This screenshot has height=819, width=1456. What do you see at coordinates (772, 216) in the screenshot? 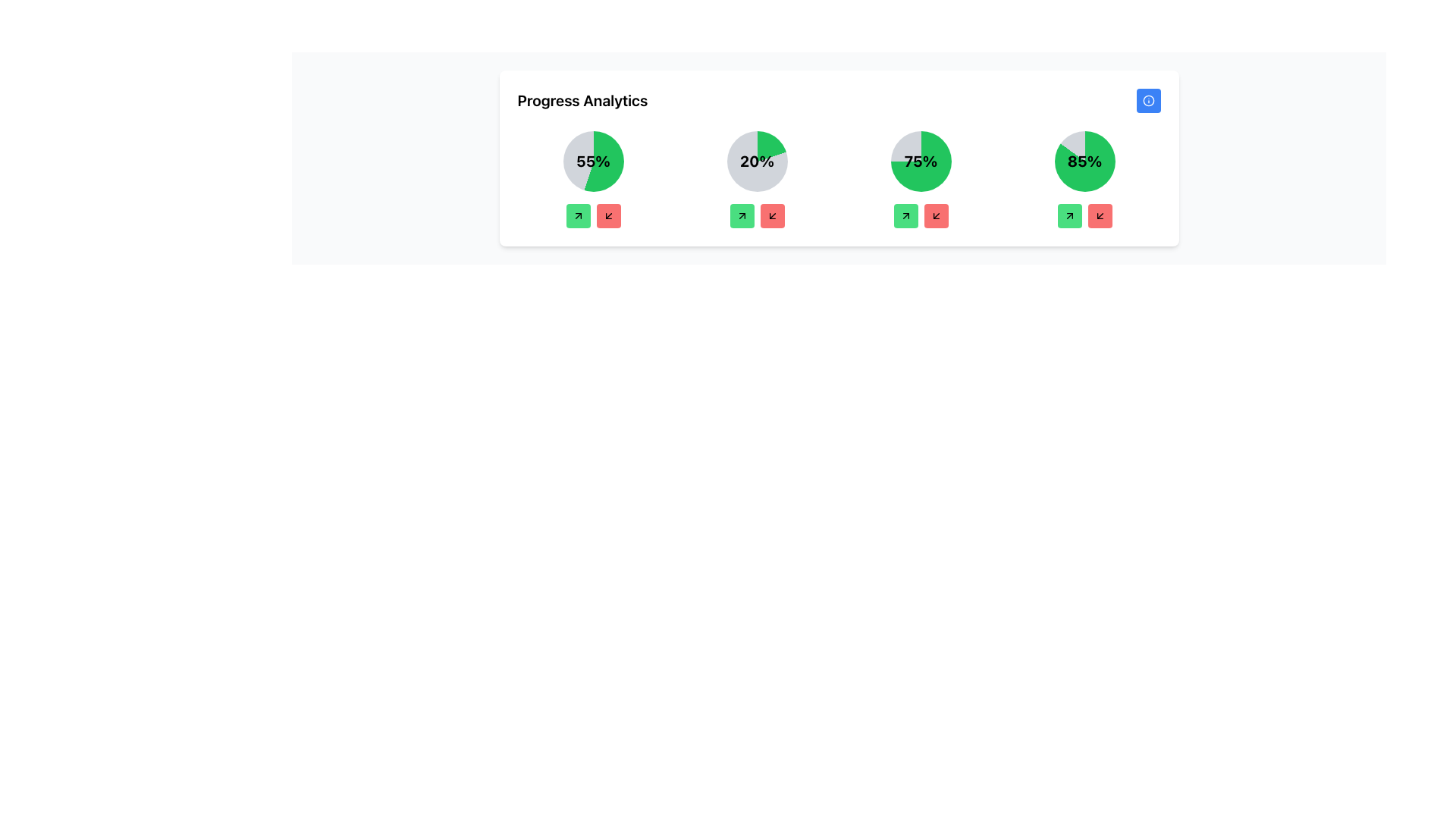
I see `the second red button located below the second circular green chart labeled '20%' in the 'Progress Analytics' section` at bounding box center [772, 216].